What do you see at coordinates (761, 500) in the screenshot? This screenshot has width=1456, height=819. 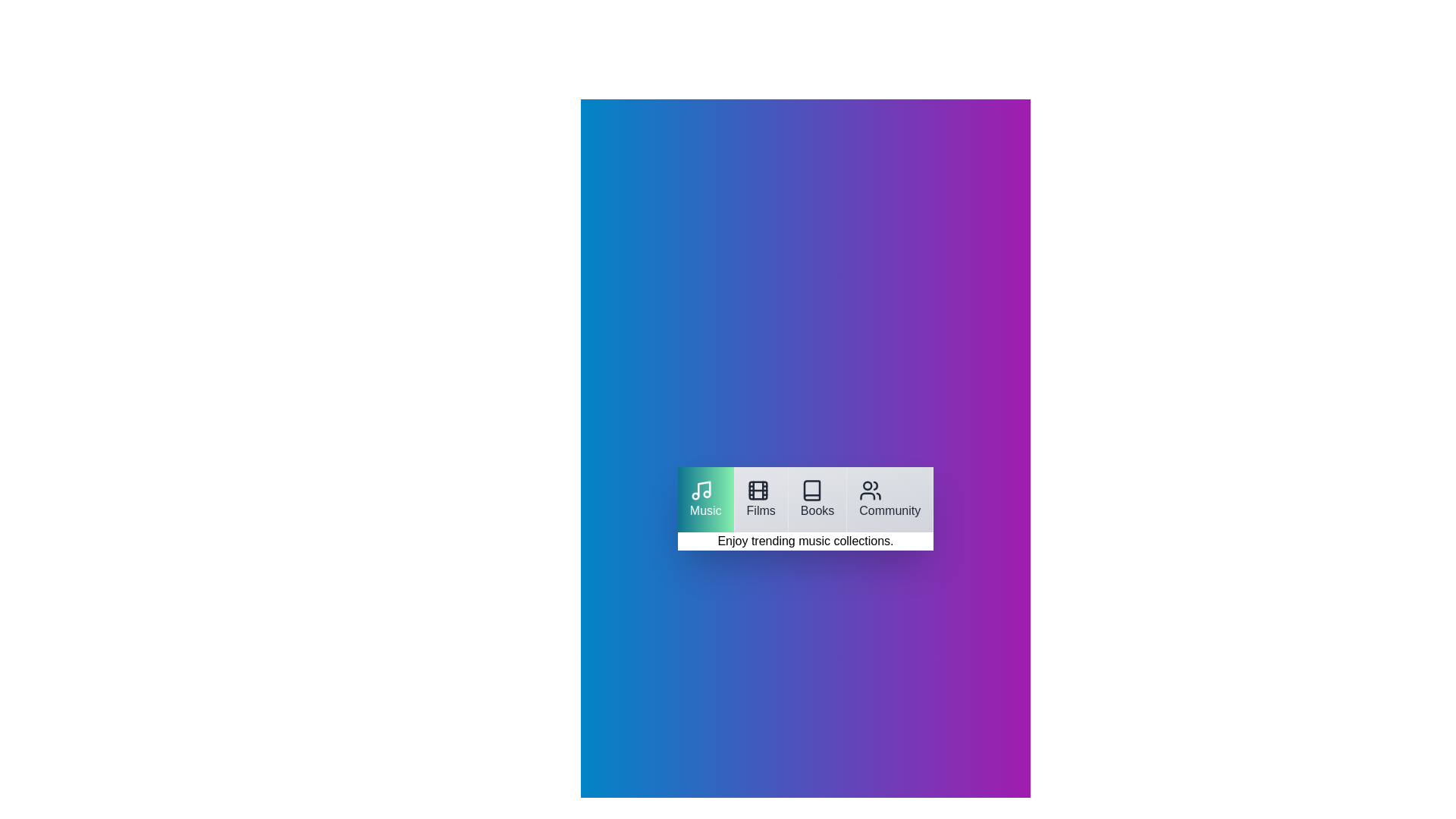 I see `the 'Films' button` at bounding box center [761, 500].